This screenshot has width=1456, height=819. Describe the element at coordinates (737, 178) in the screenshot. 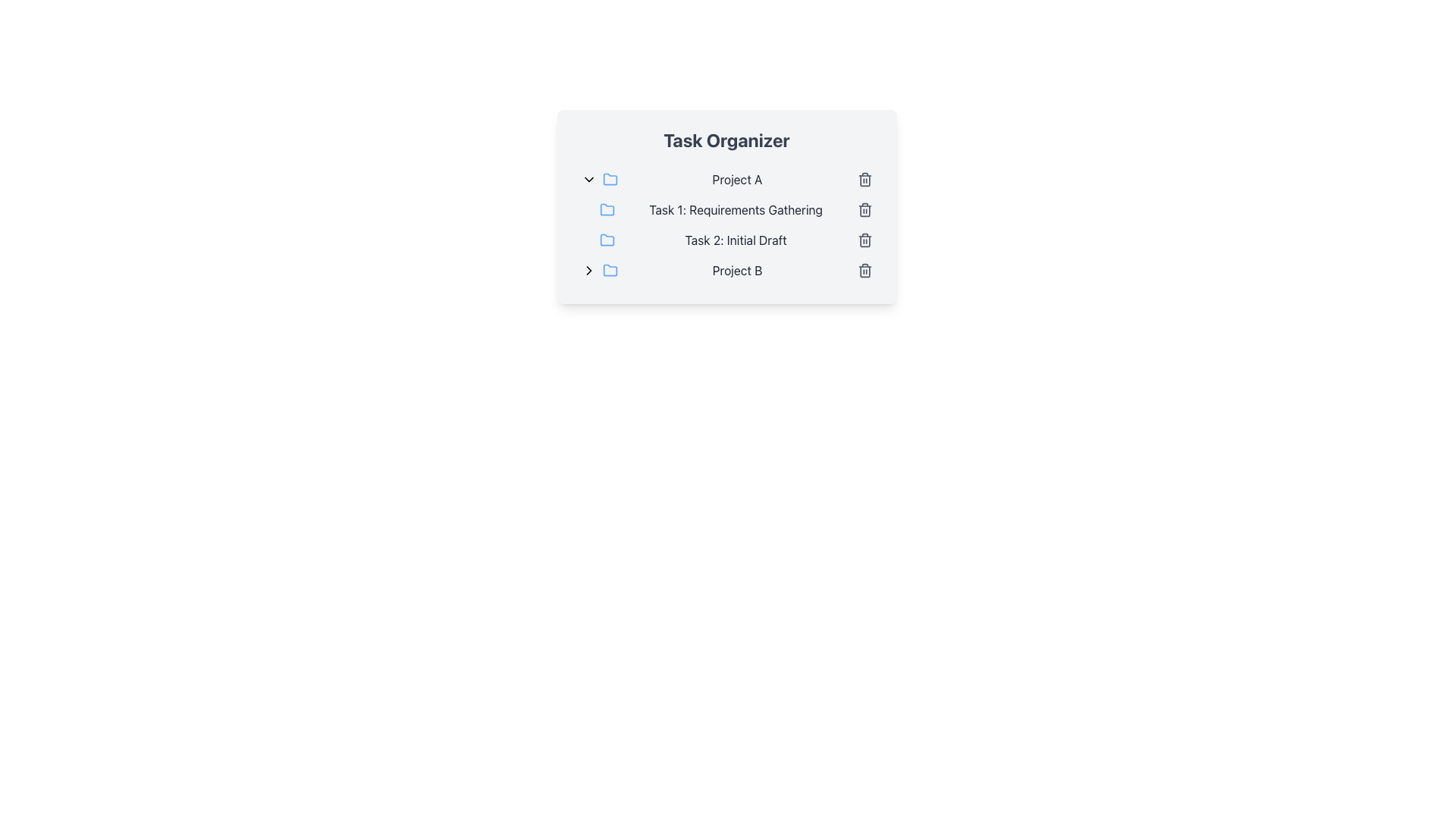

I see `the text label representing the name or title of a folder or project in the 'Task Organizer' interface` at that location.